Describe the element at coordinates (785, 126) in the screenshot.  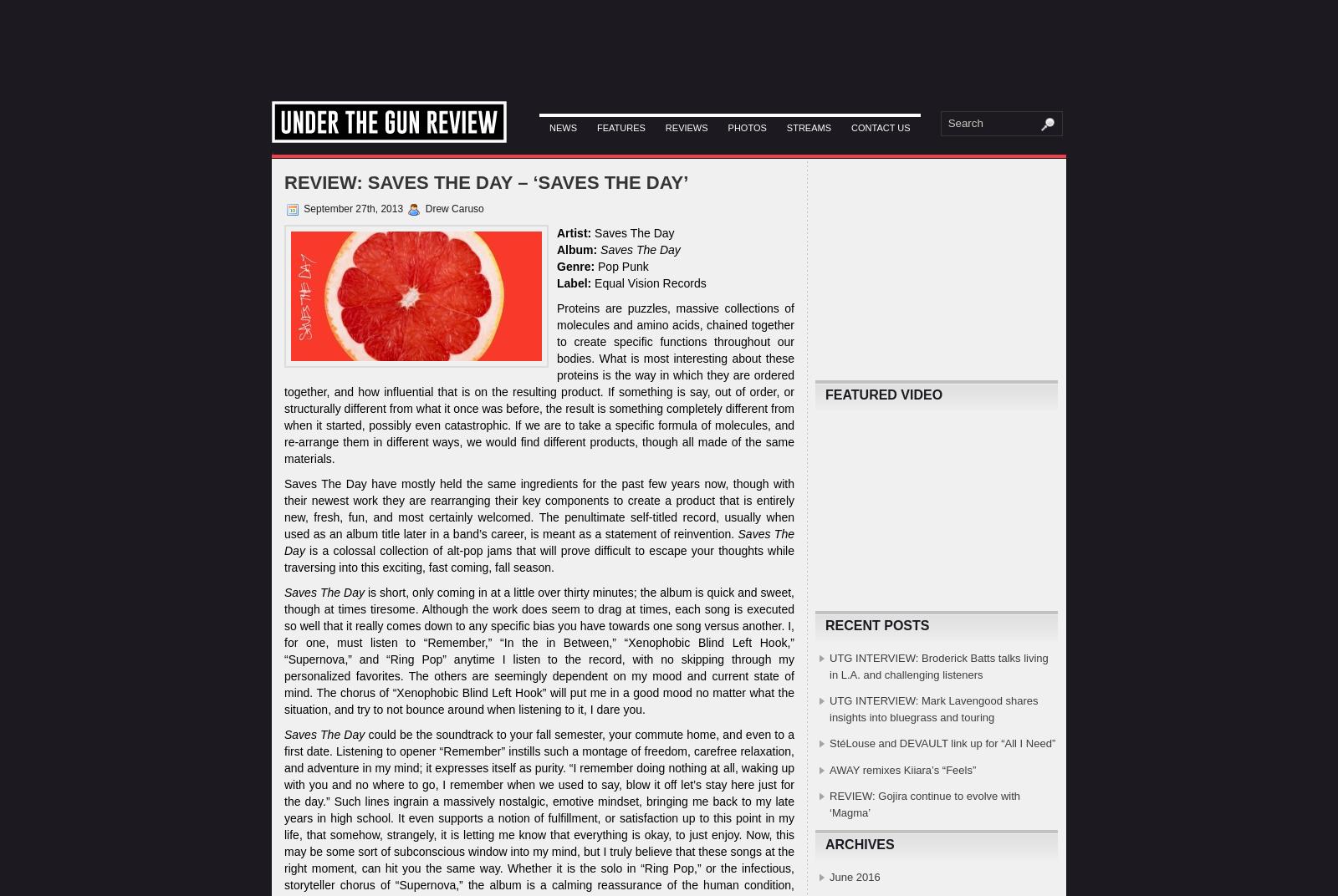
I see `'Streams'` at that location.